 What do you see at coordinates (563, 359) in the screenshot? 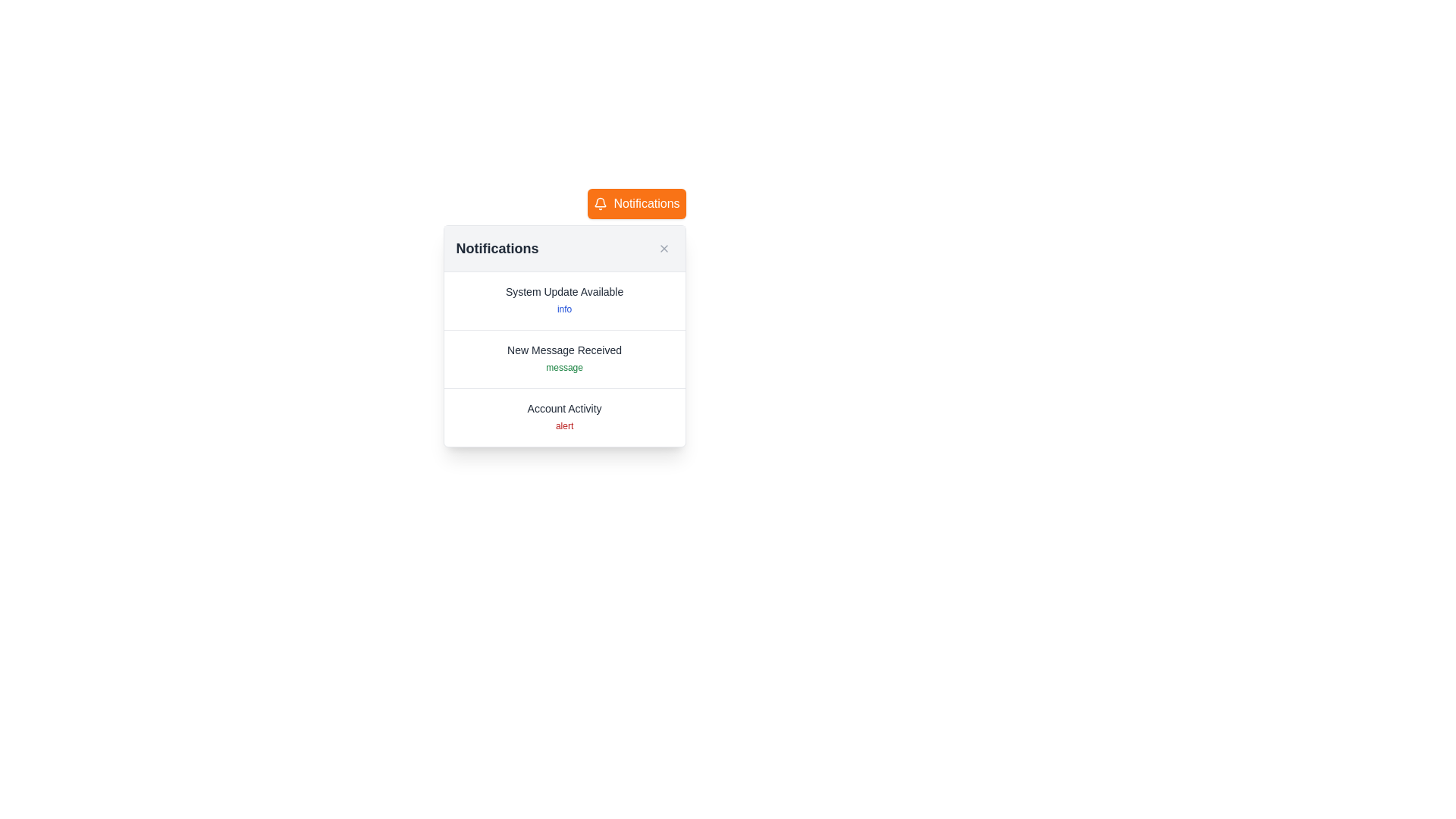
I see `the second notification item in the 'Notifications' dropdown, which informs the user about a new message received` at bounding box center [563, 359].